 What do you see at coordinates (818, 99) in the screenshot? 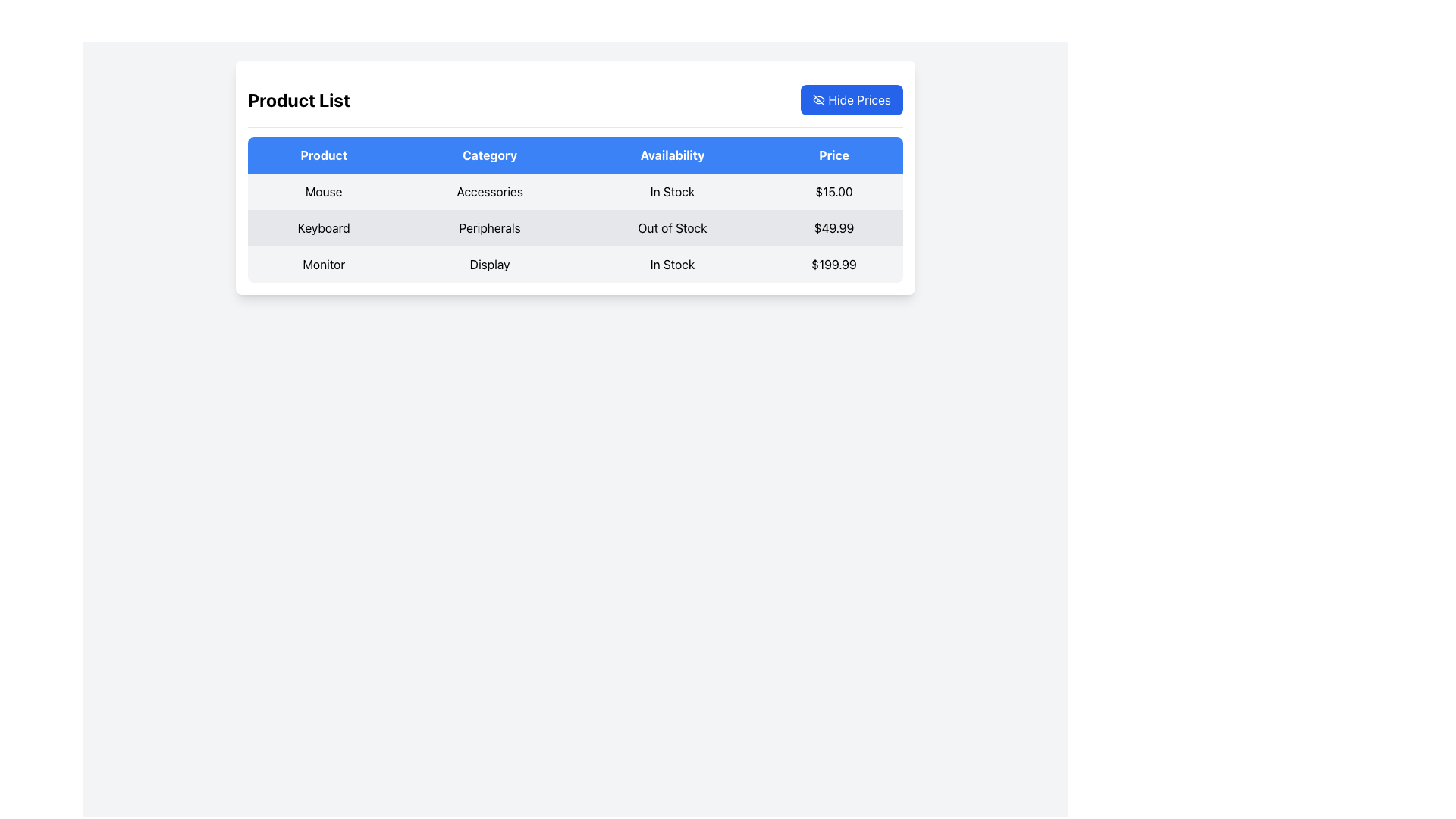
I see `the 'Hide Prices' button which contains the icon for obscuring data, located at the top-right corner of the table header` at bounding box center [818, 99].